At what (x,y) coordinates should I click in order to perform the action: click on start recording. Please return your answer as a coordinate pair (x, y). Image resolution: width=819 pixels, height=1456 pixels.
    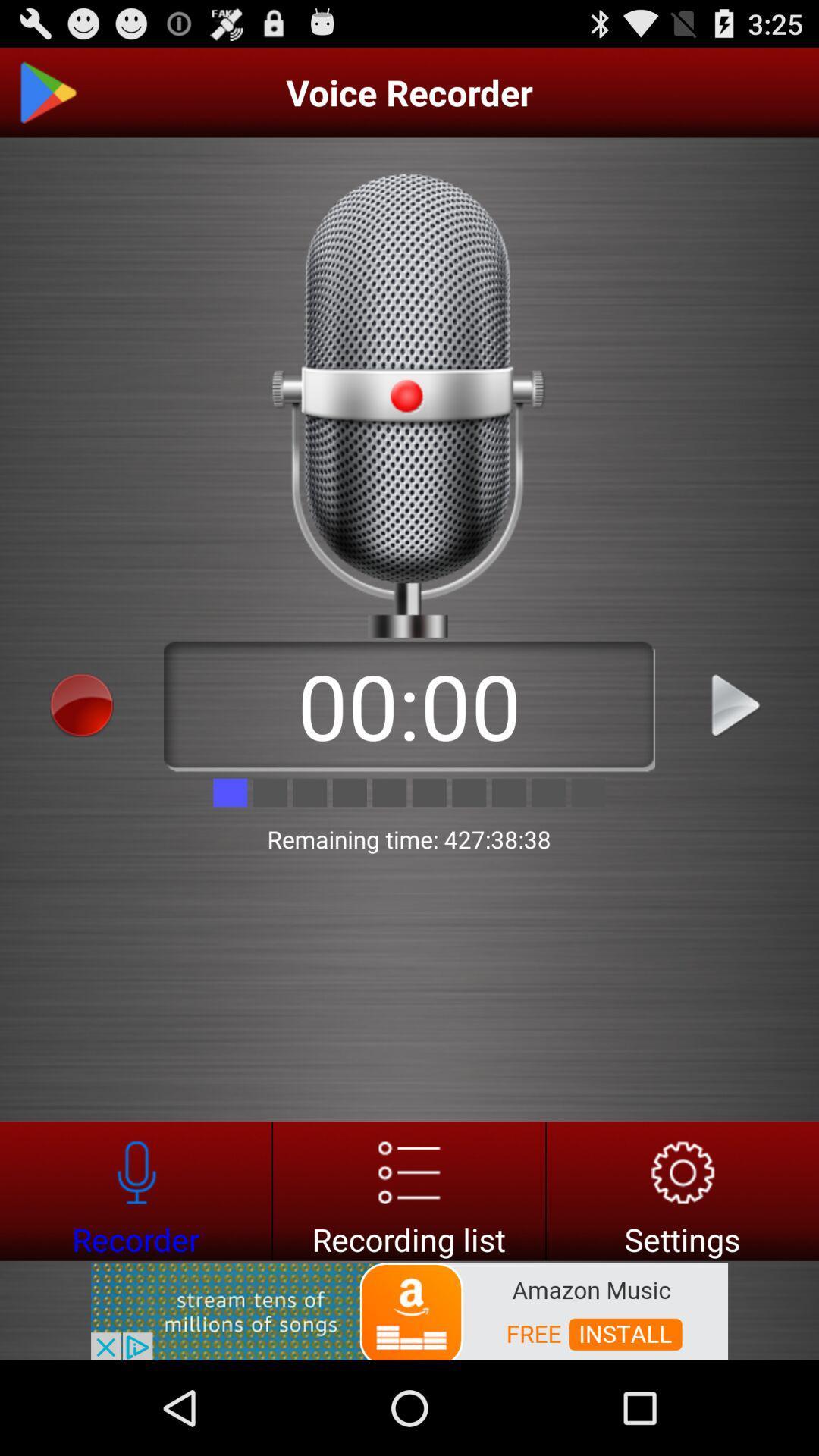
    Looking at the image, I should click on (82, 704).